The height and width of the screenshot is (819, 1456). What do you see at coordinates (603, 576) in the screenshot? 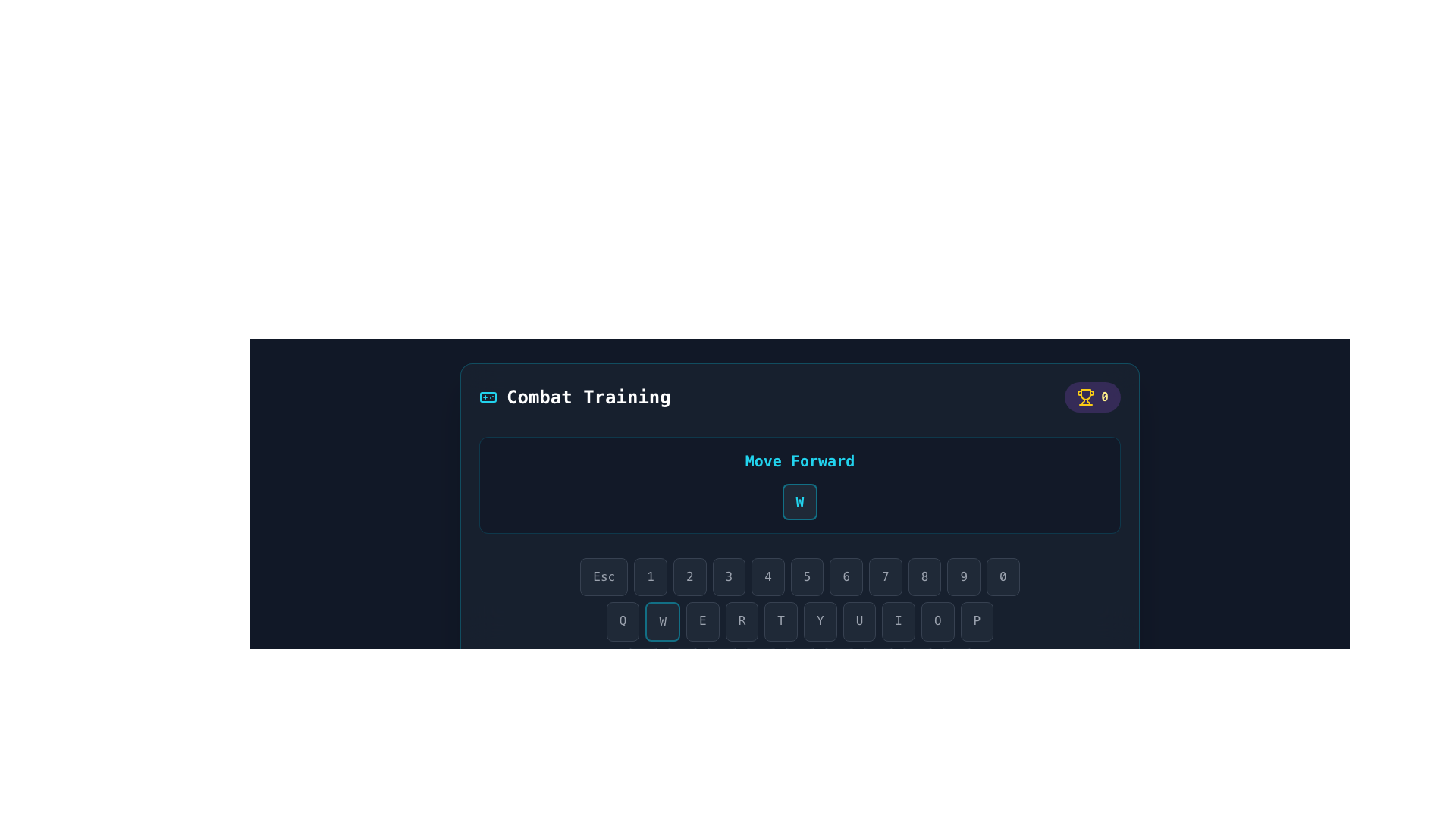
I see `the 'Esc' button, a rectangular button with rounded corners and gray text, located in the bottom-left sector of the virtual keyboard` at bounding box center [603, 576].